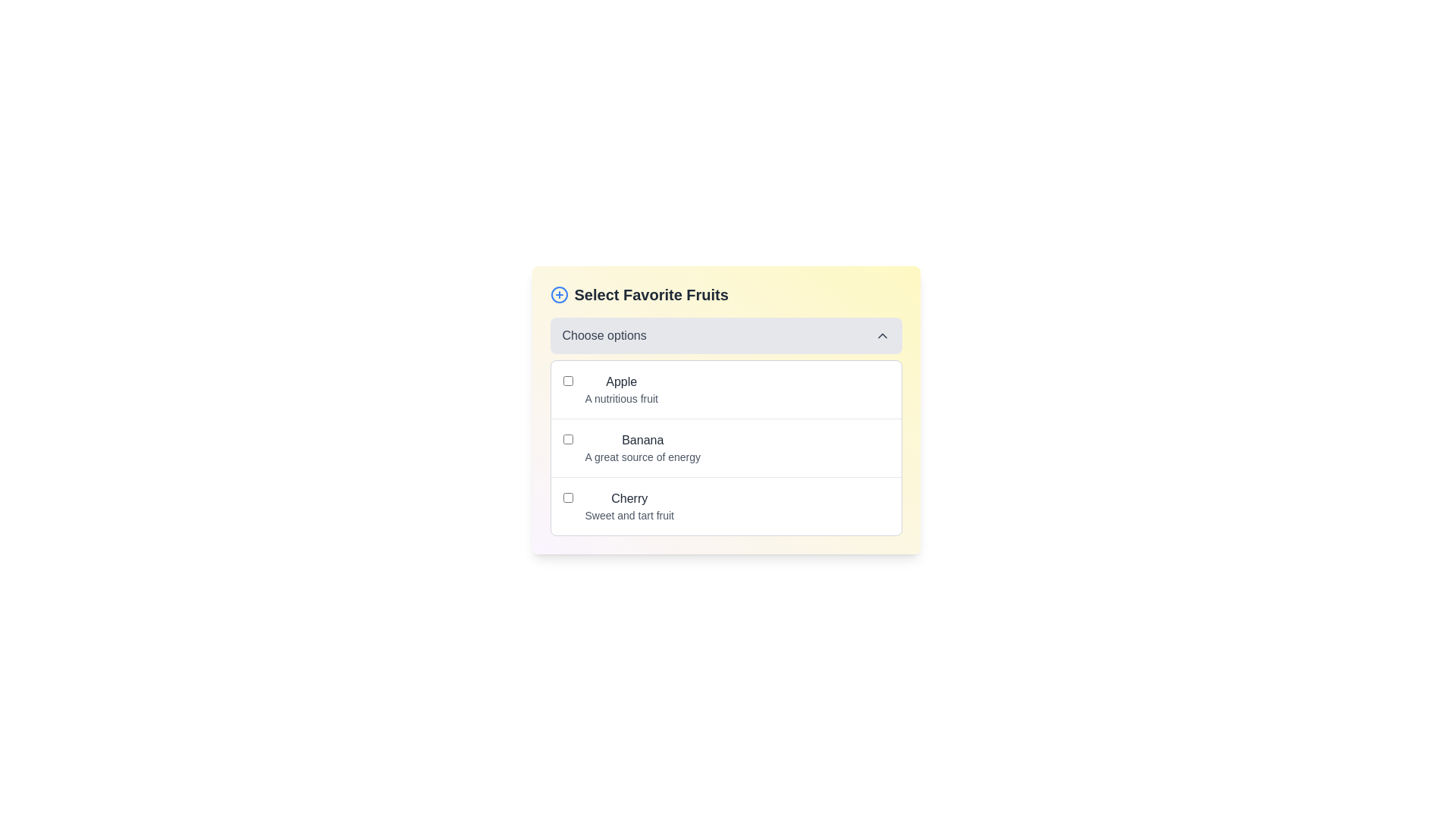 This screenshot has width=1456, height=819. Describe the element at coordinates (725, 295) in the screenshot. I see `the plus icon embedded in the text label that serves as a header for selecting favorite fruits` at that location.